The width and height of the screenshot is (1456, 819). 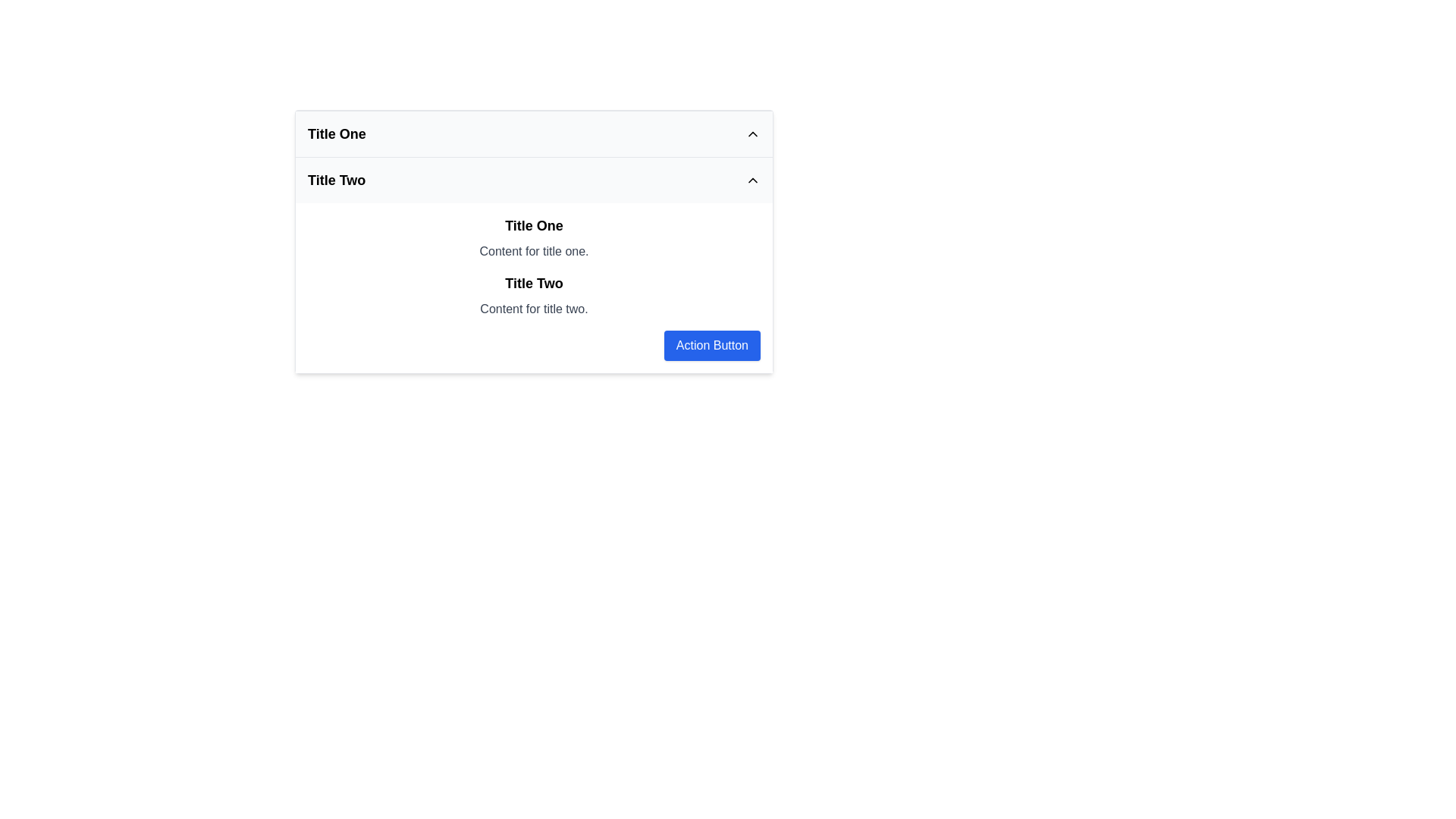 I want to click on the text element displaying the bold phrase 'Title Two' by moving the cursor to its center point, so click(x=534, y=284).